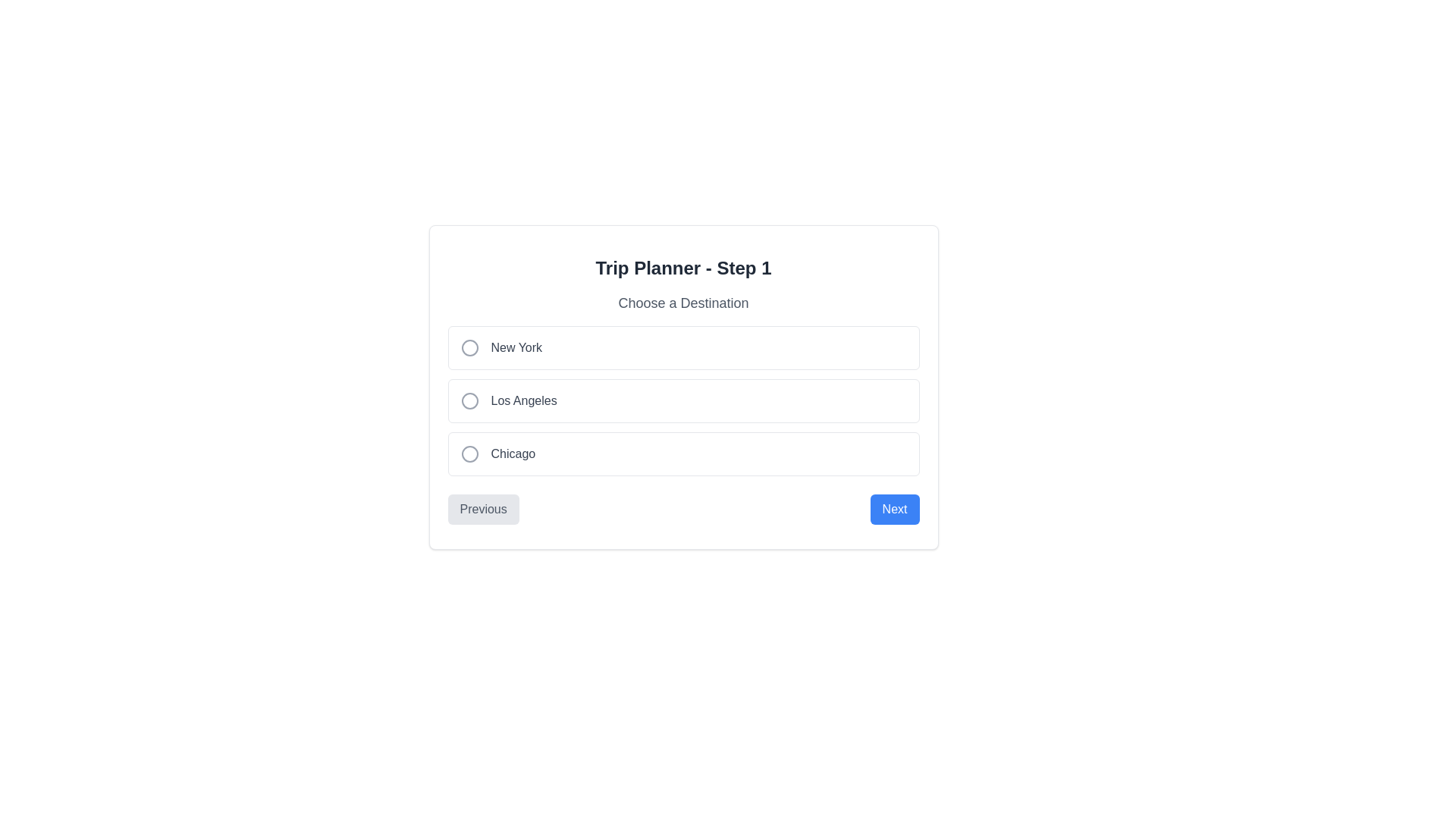 The width and height of the screenshot is (1456, 819). I want to click on the radio button representing the 'Chicago' option, so click(469, 453).